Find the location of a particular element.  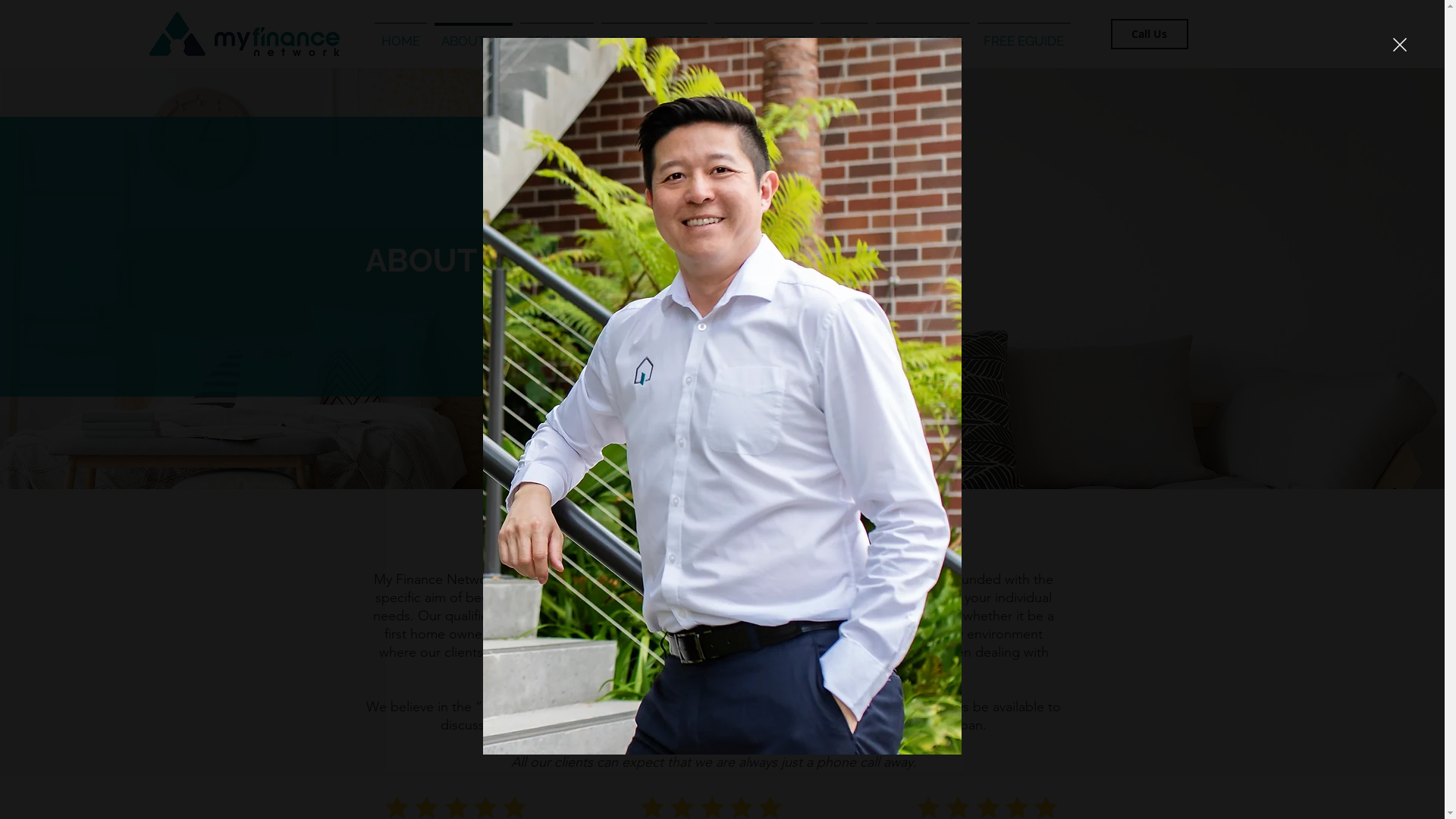

'FREE EGUIDE' is located at coordinates (973, 34).